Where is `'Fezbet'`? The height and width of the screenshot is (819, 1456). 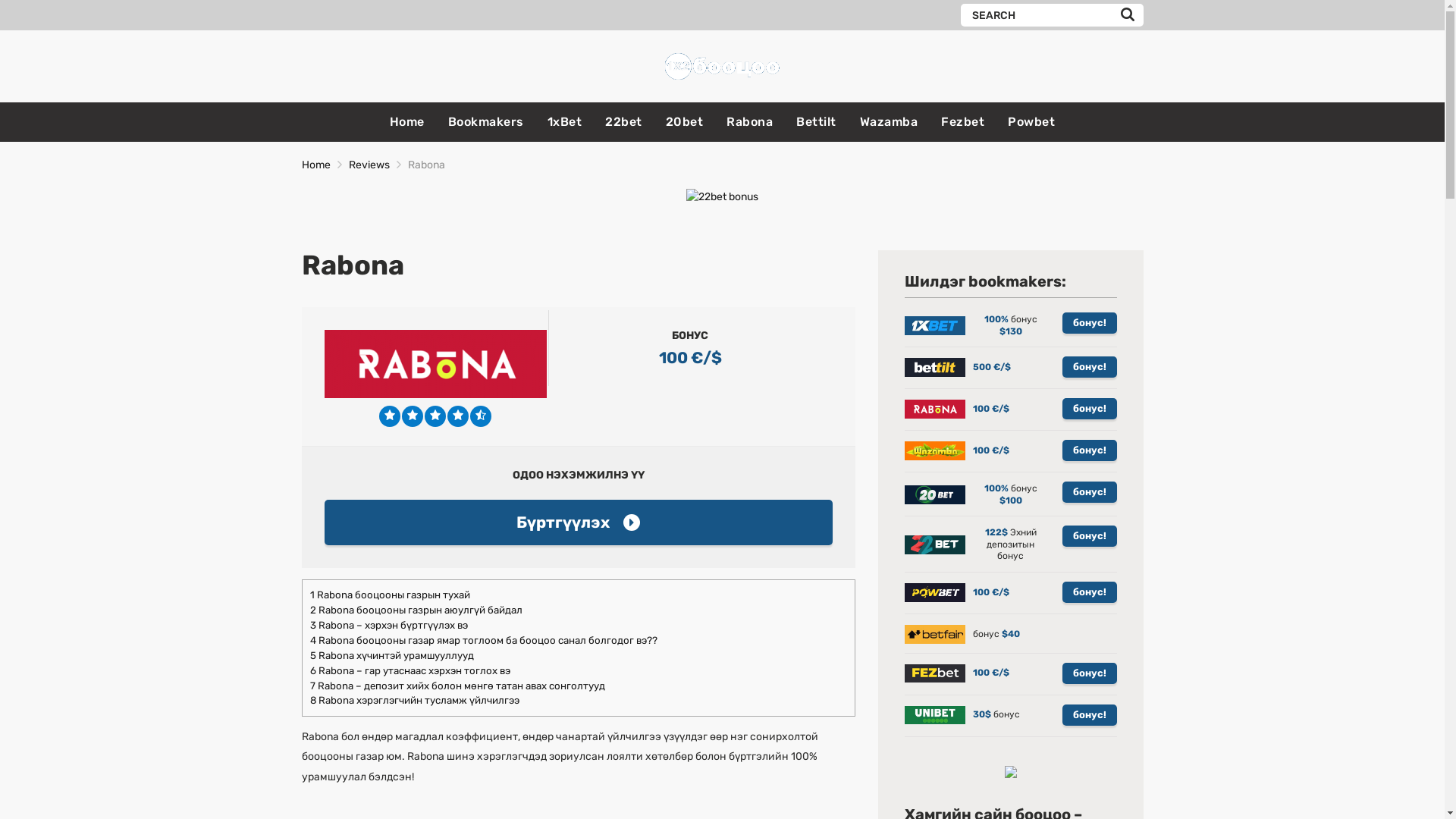
'Fezbet' is located at coordinates (962, 121).